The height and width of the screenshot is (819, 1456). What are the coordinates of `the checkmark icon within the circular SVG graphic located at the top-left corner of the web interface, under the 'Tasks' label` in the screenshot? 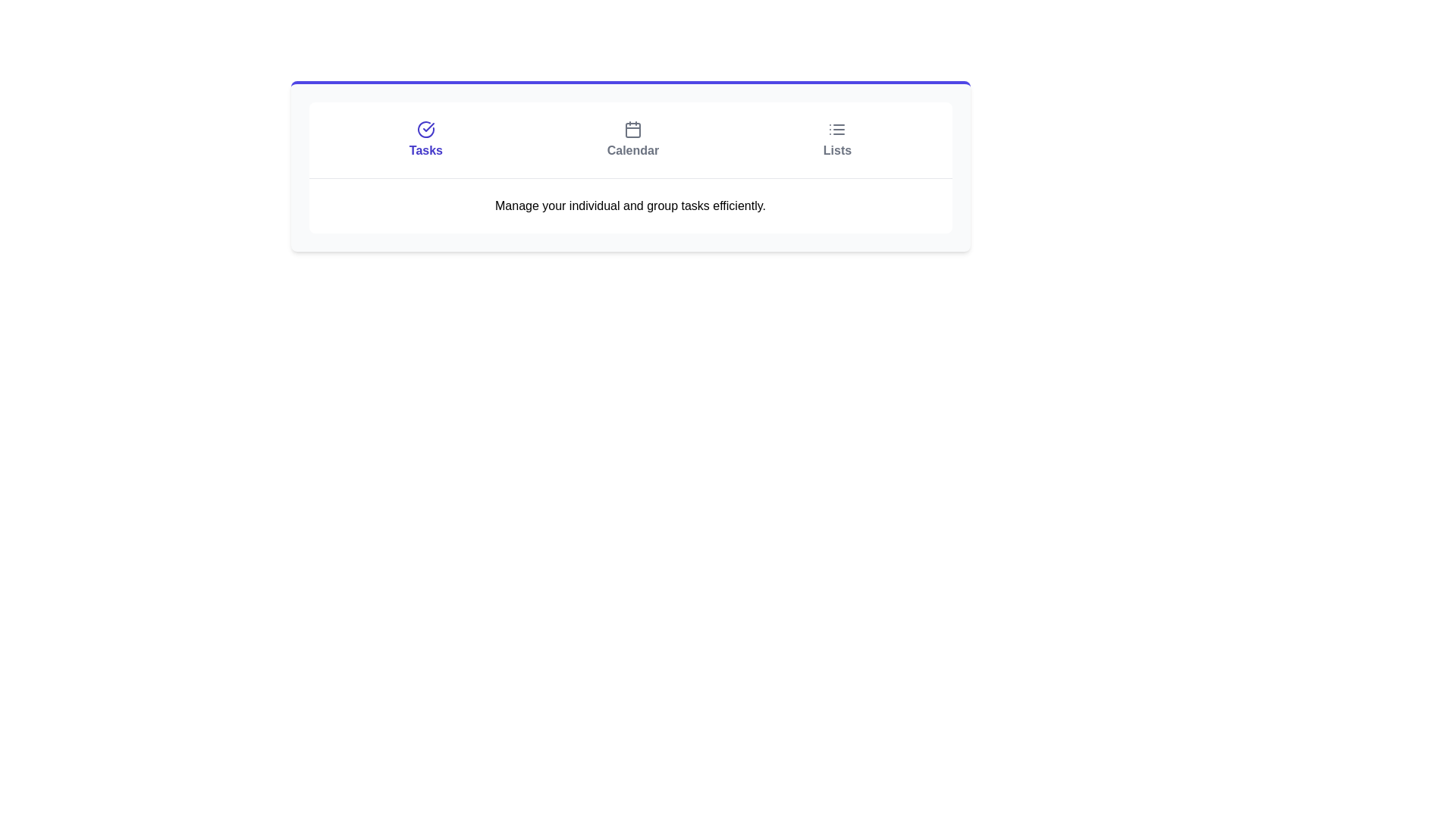 It's located at (428, 127).